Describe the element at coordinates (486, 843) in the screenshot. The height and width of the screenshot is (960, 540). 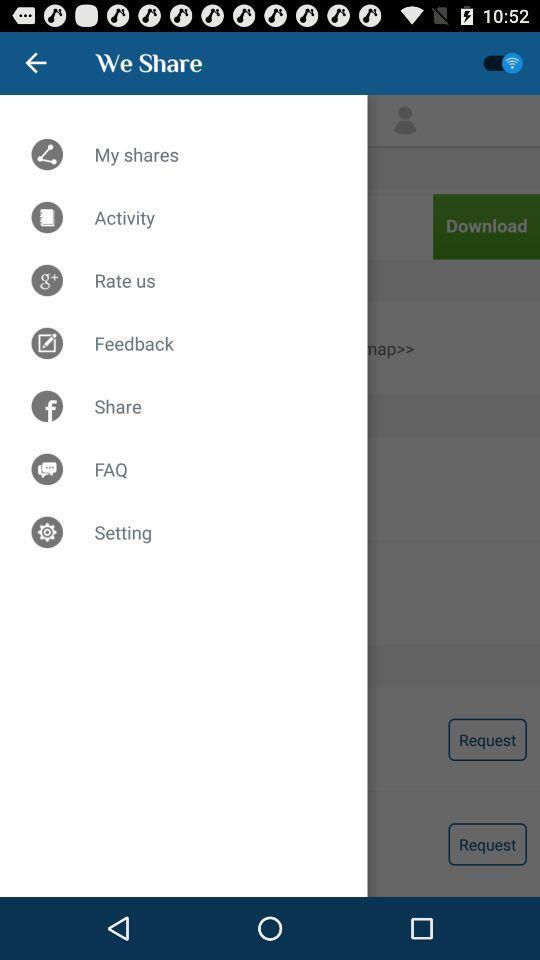
I see `the second request button` at that location.